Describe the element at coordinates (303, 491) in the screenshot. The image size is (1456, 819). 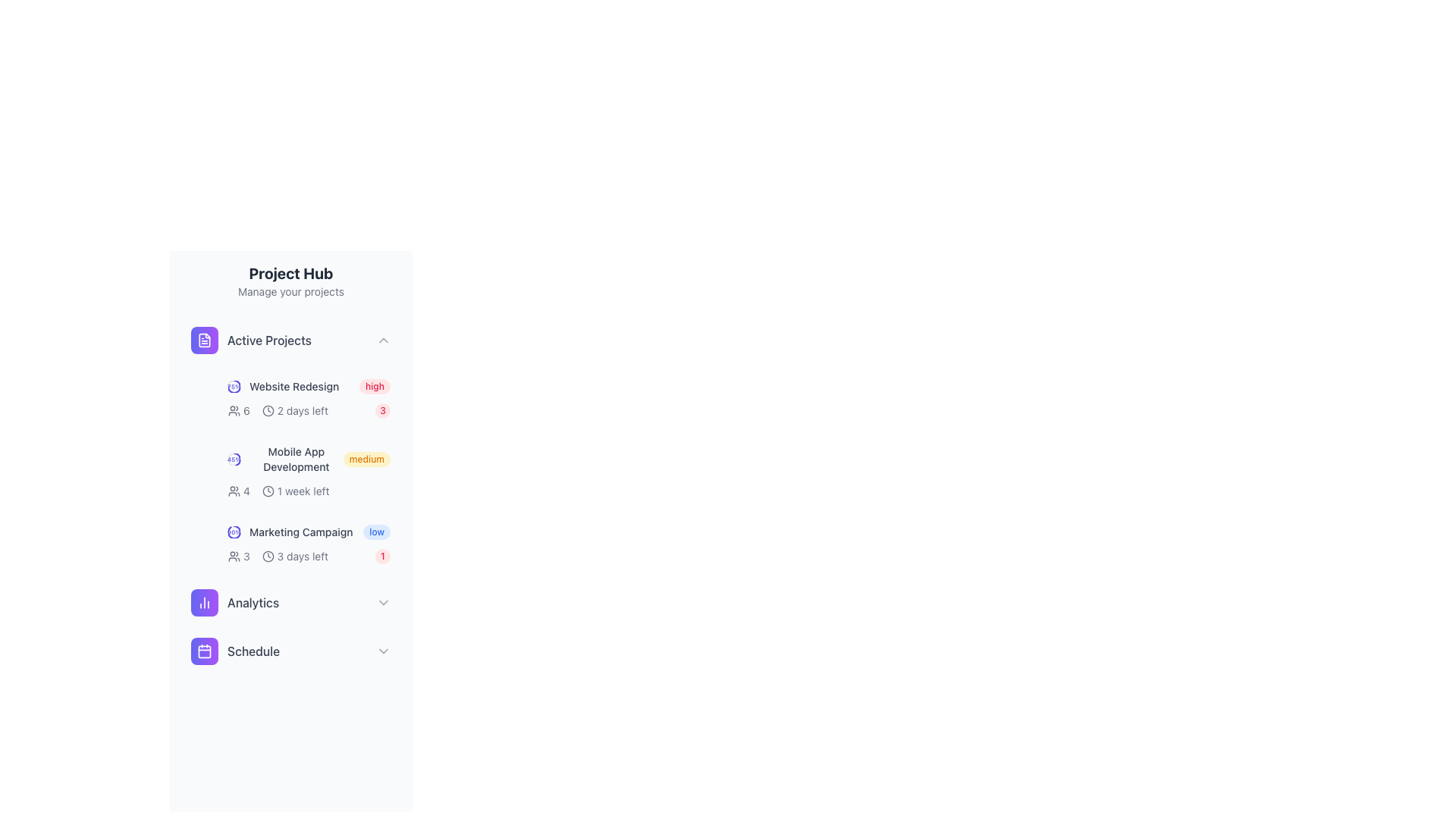
I see `the text label displaying the remaining time for the 'Mobile App Development' project in the 'Active Projects' list` at that location.